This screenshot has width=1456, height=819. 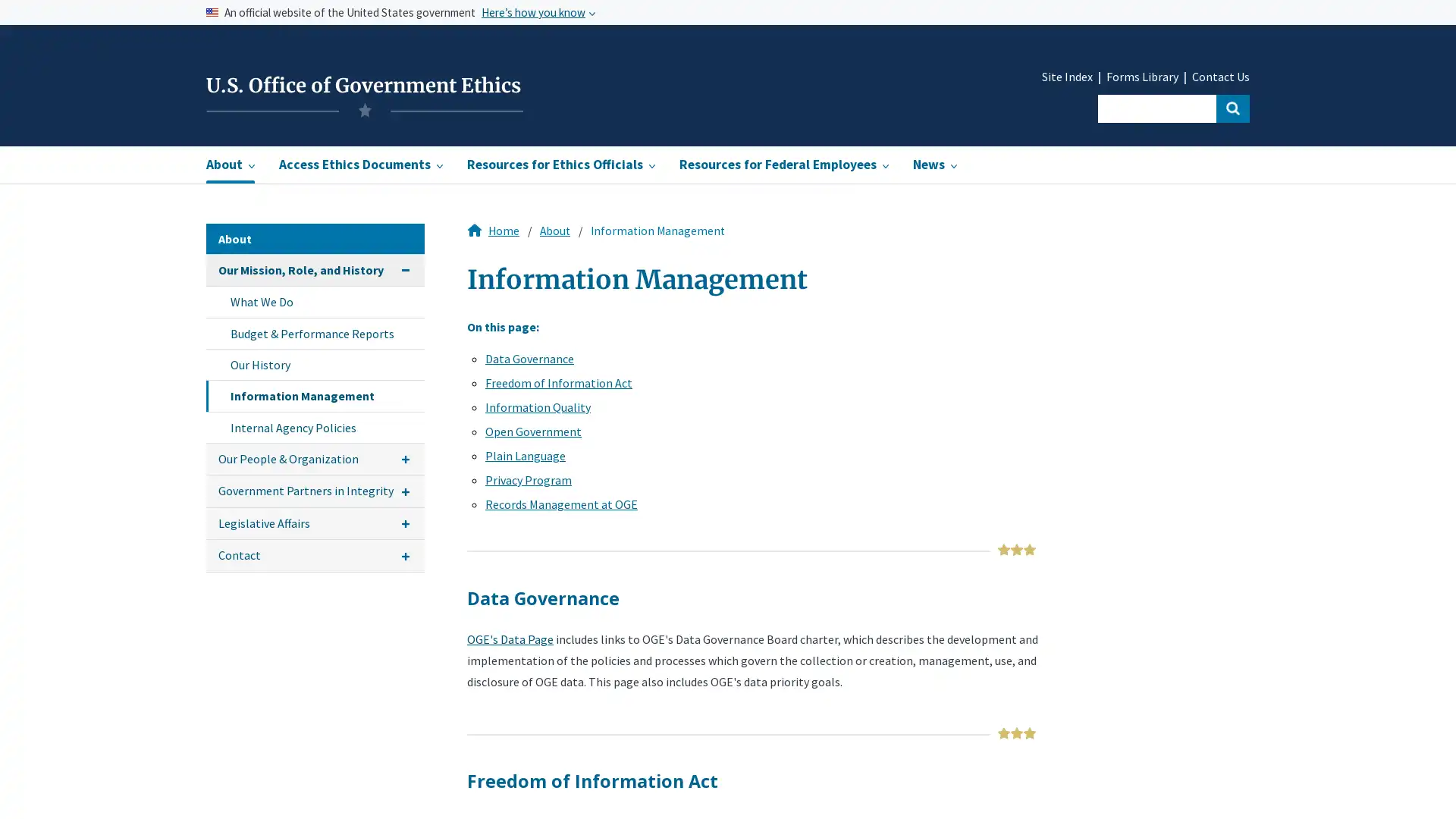 What do you see at coordinates (315, 268) in the screenshot?
I see `Our Mission, Role, and History` at bounding box center [315, 268].